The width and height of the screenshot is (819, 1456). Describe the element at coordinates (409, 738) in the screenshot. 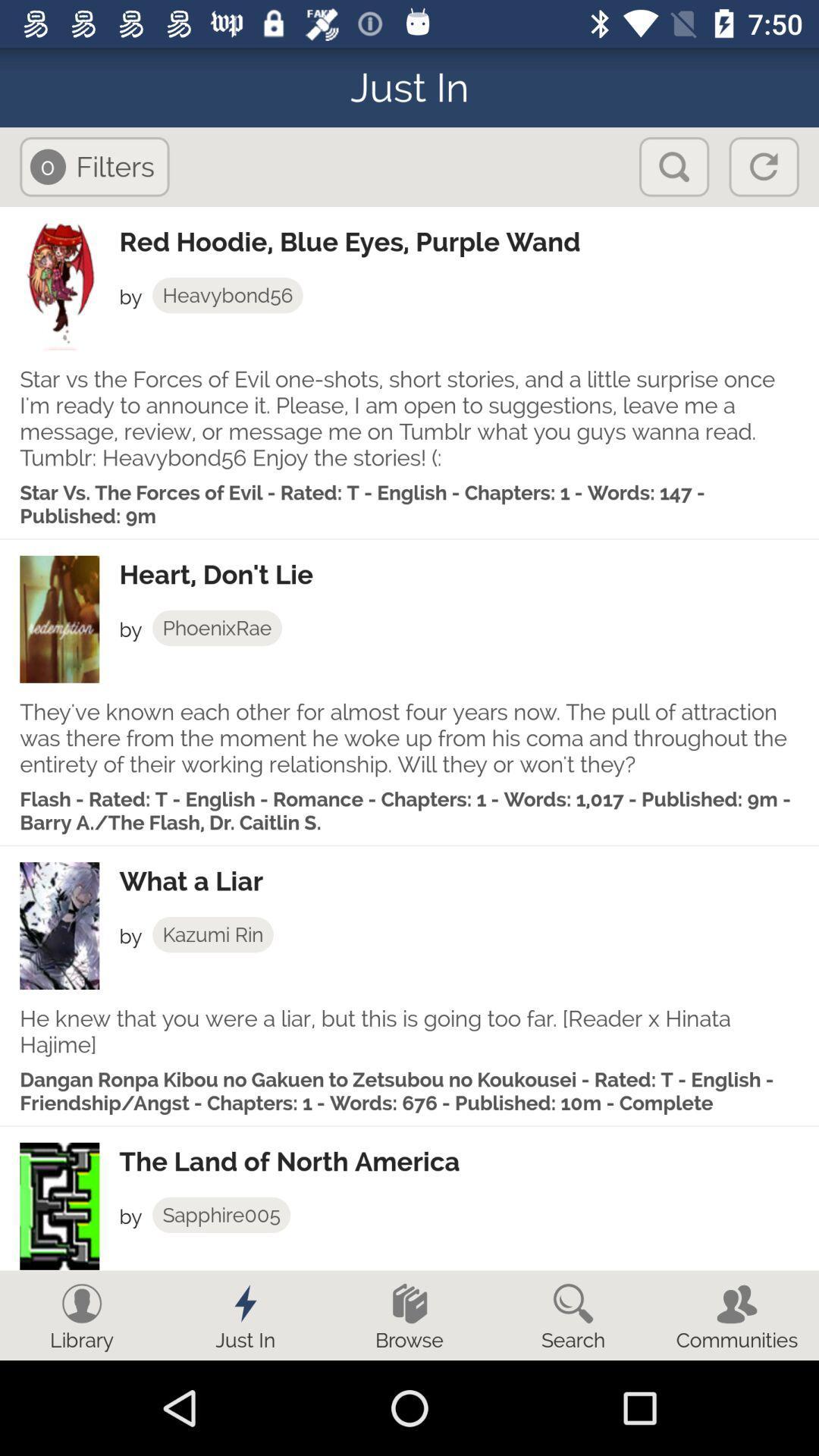

I see `they ve known` at that location.